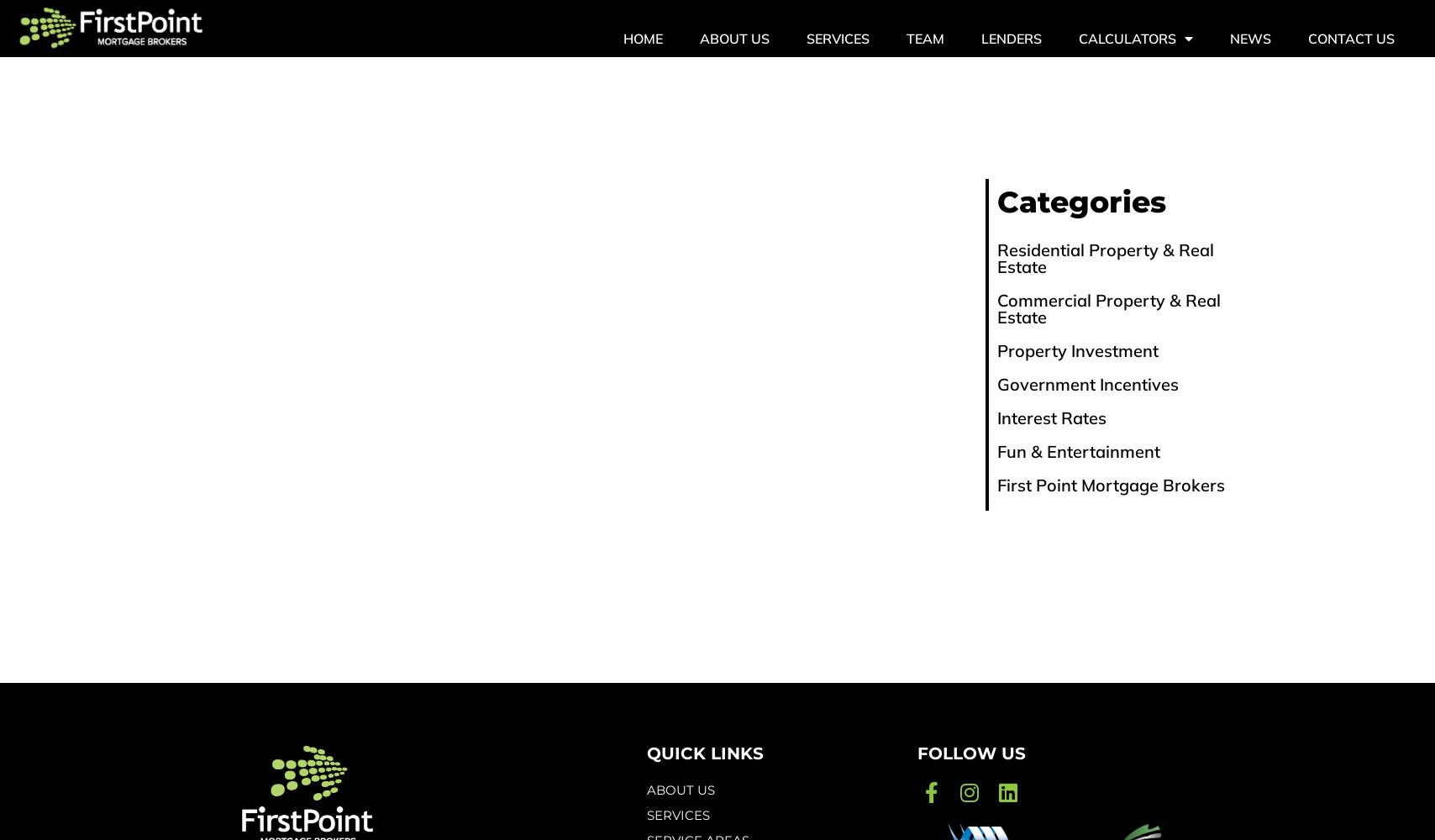 The height and width of the screenshot is (840, 1435). What do you see at coordinates (838, 39) in the screenshot?
I see `'Services'` at bounding box center [838, 39].